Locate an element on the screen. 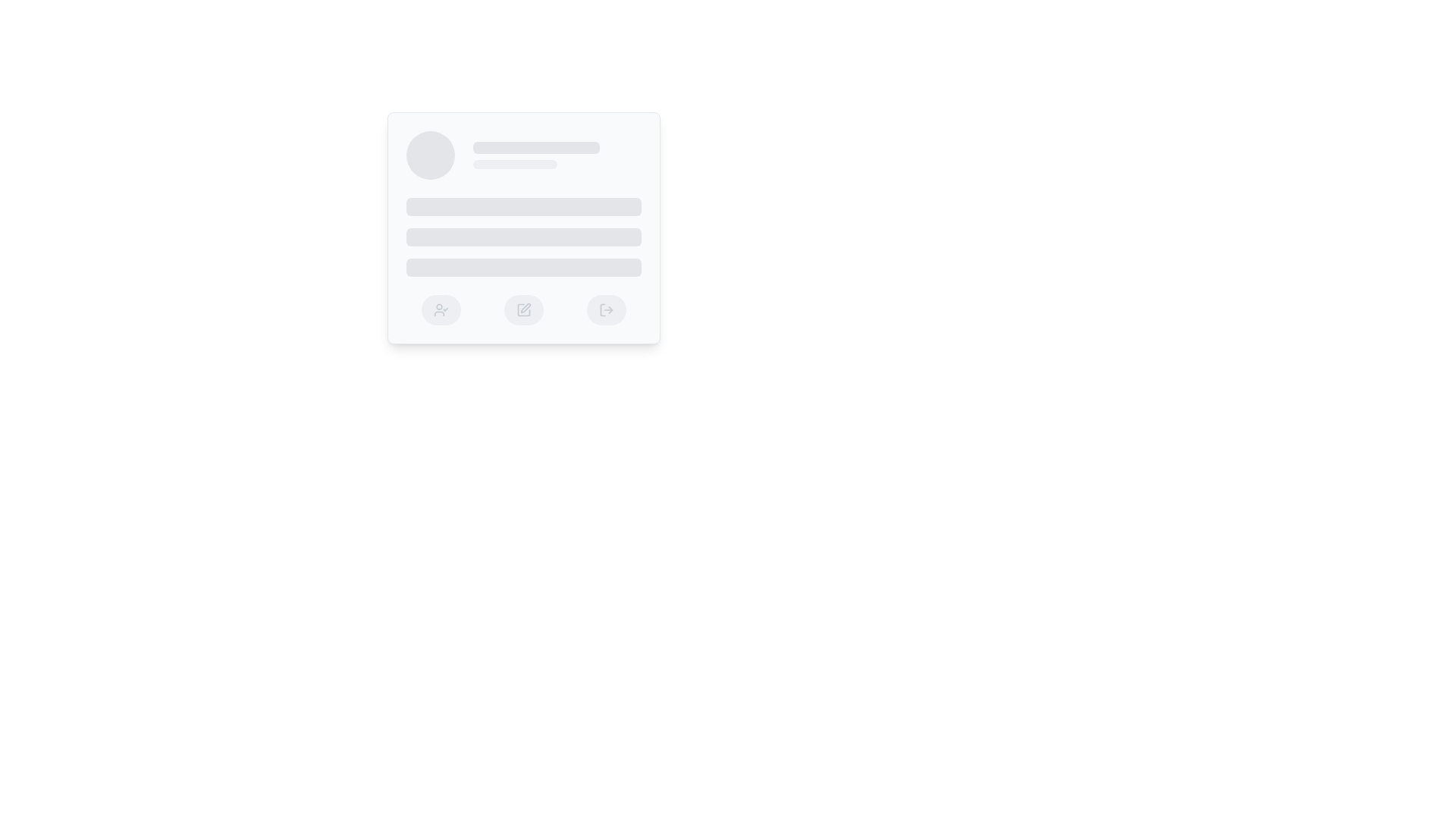  the circular skeleton loader which has a gray background and resembles a loading indicator for profile pictures, located at the upper-left quadrant of the interface is located at coordinates (429, 155).